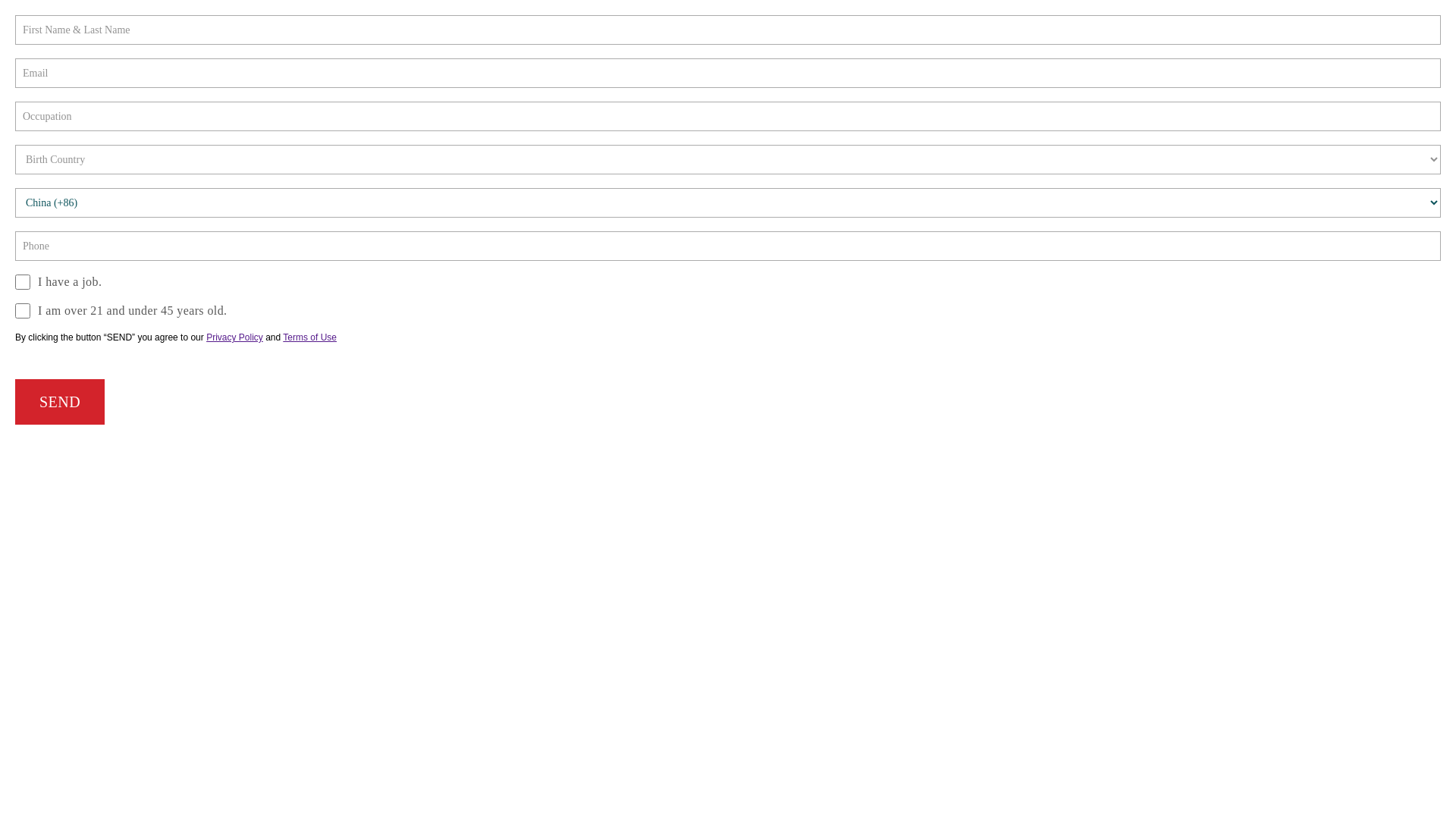 This screenshot has height=819, width=1456. I want to click on 'Privacy Policy', so click(234, 336).